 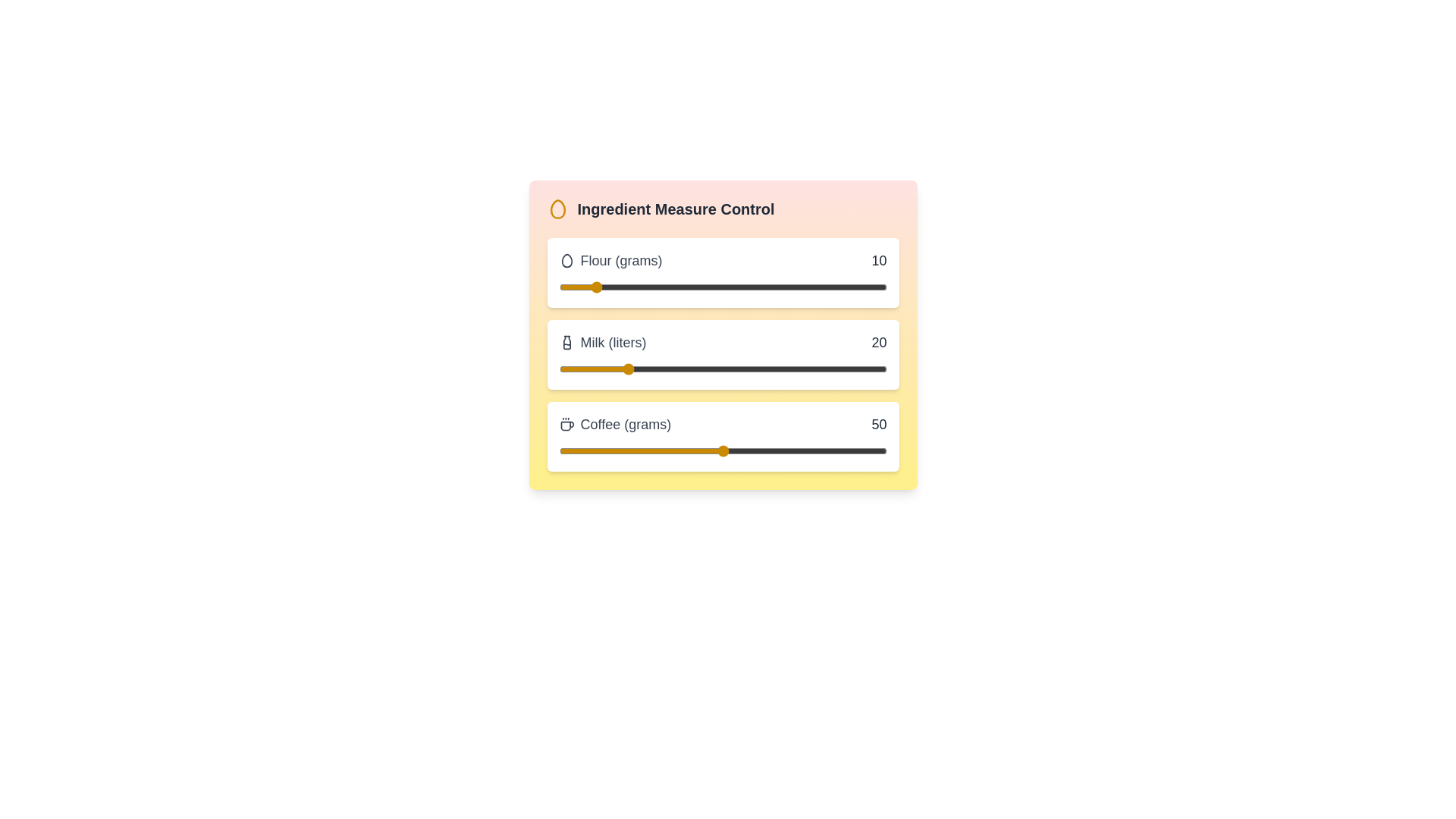 What do you see at coordinates (557, 209) in the screenshot?
I see `the egg icon located at the top-left of the Ingredient Measure Control interface` at bounding box center [557, 209].